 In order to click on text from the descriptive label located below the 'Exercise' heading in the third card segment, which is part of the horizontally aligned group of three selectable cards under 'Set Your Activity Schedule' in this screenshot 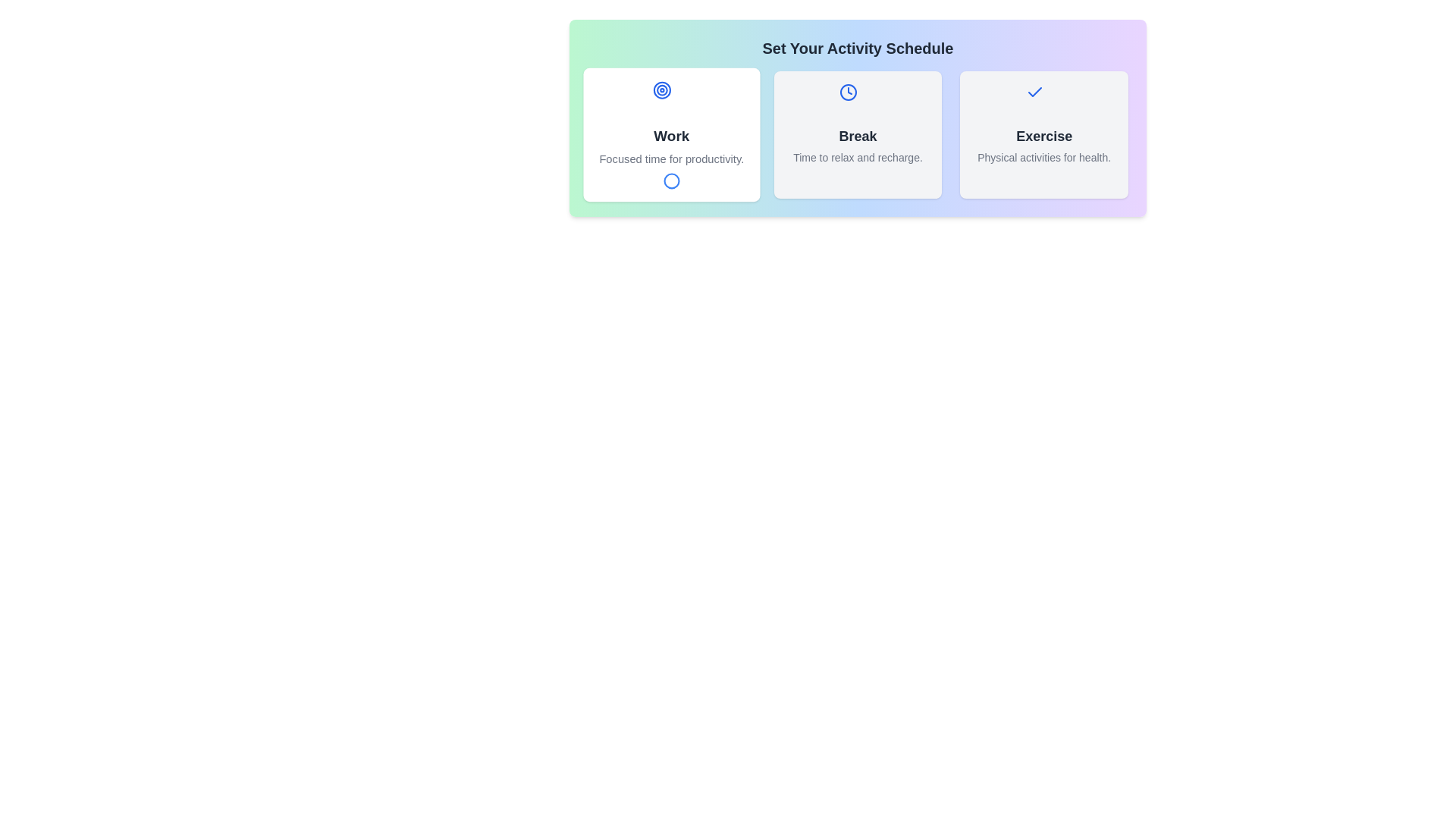, I will do `click(1043, 158)`.